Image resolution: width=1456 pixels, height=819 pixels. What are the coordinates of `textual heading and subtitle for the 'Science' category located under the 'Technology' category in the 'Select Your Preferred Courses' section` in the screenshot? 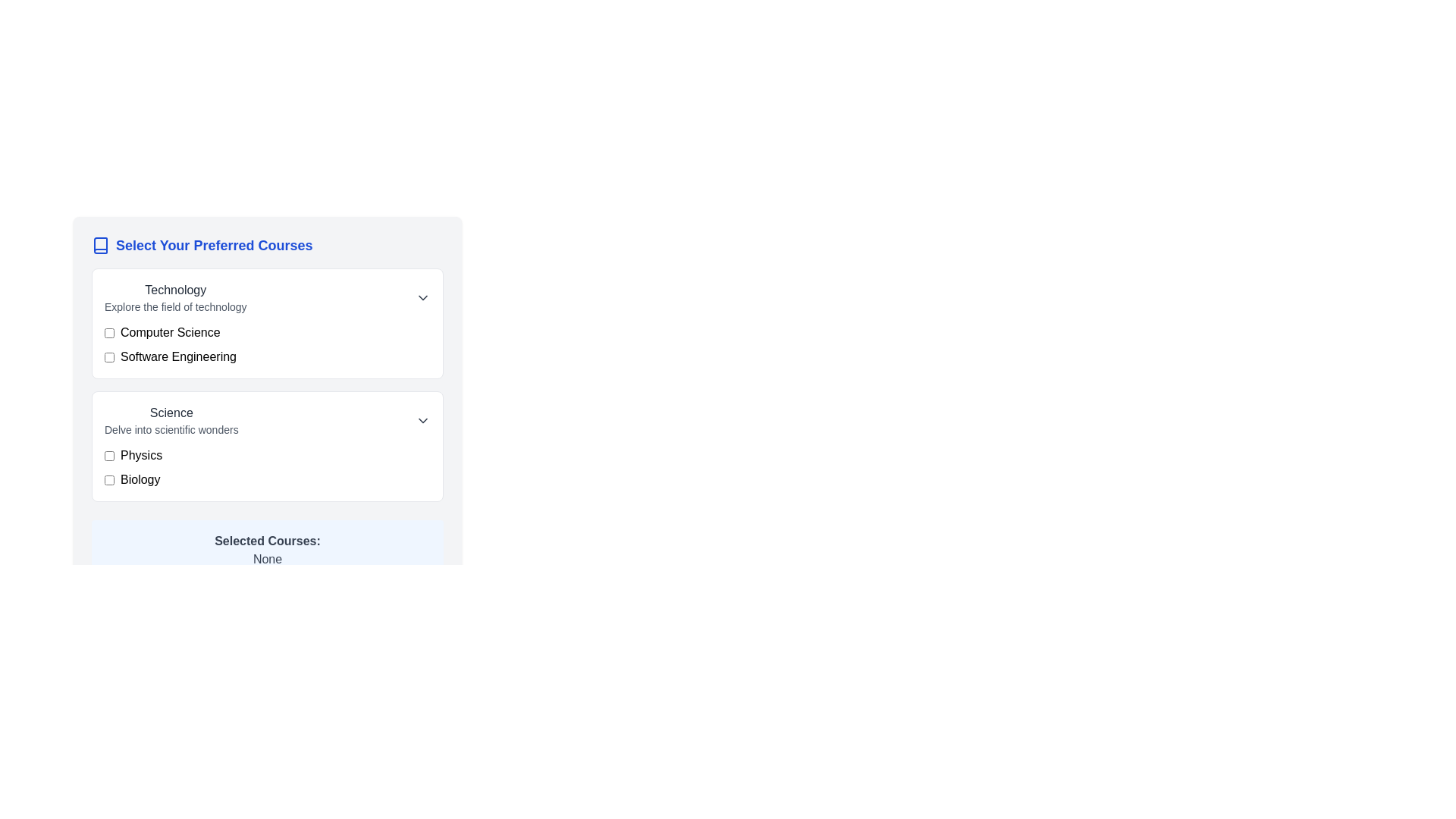 It's located at (171, 421).